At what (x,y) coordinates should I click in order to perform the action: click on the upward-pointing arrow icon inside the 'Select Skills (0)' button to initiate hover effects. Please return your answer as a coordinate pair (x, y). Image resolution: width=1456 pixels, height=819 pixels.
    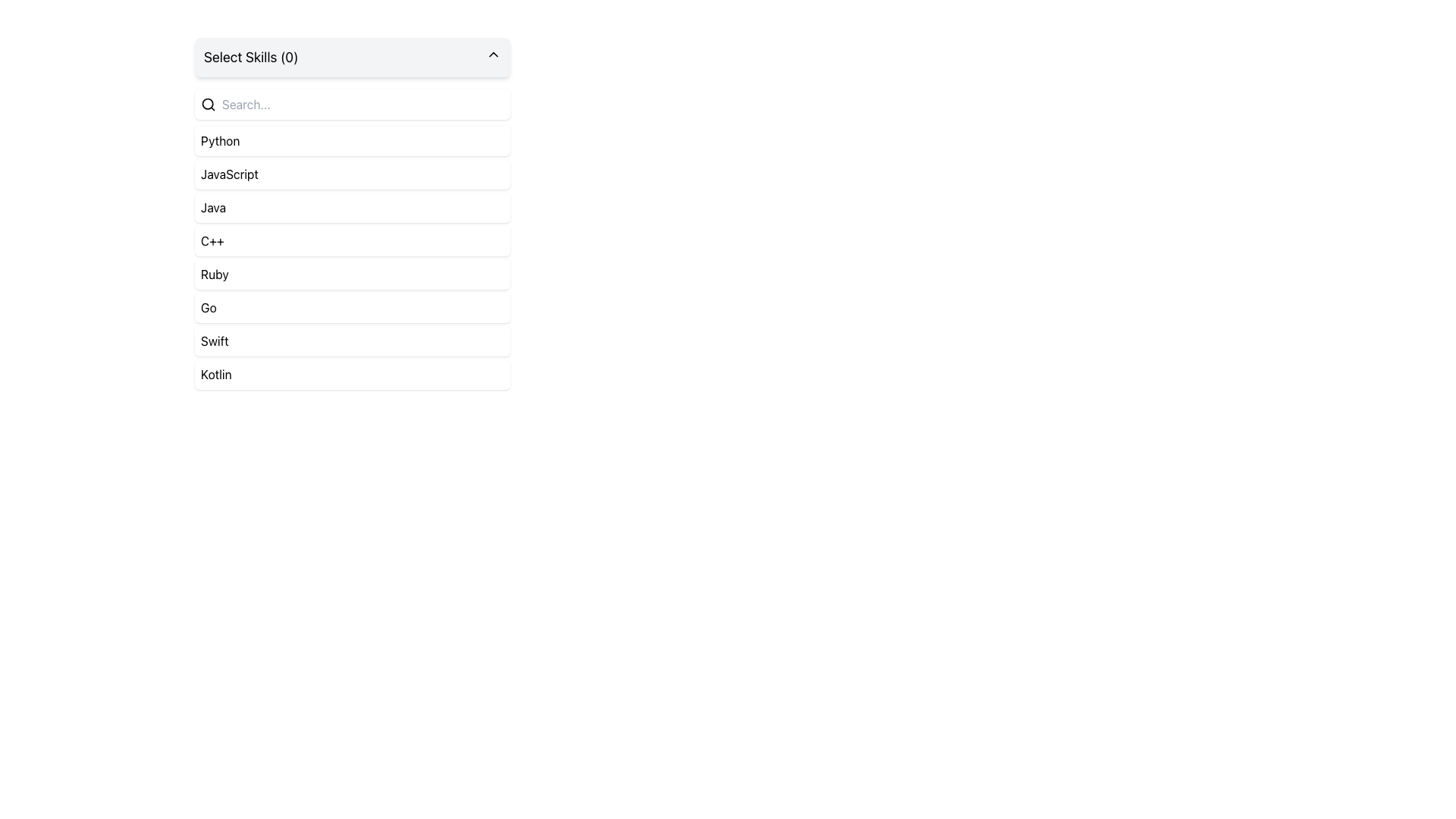
    Looking at the image, I should click on (494, 54).